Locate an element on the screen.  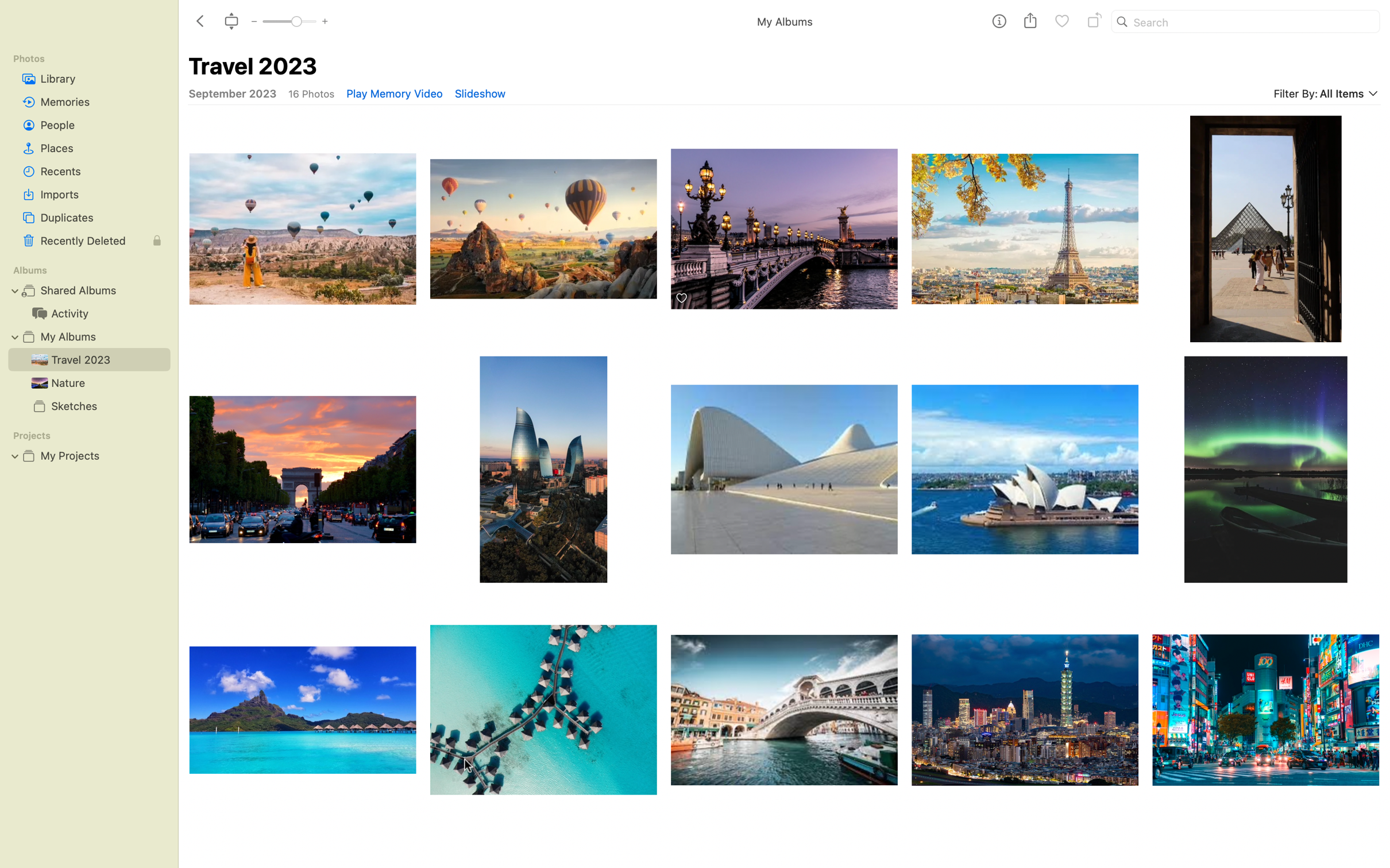
Expand the pictures in the "Nature" album using the options in the top bar is located at coordinates (85, 382).